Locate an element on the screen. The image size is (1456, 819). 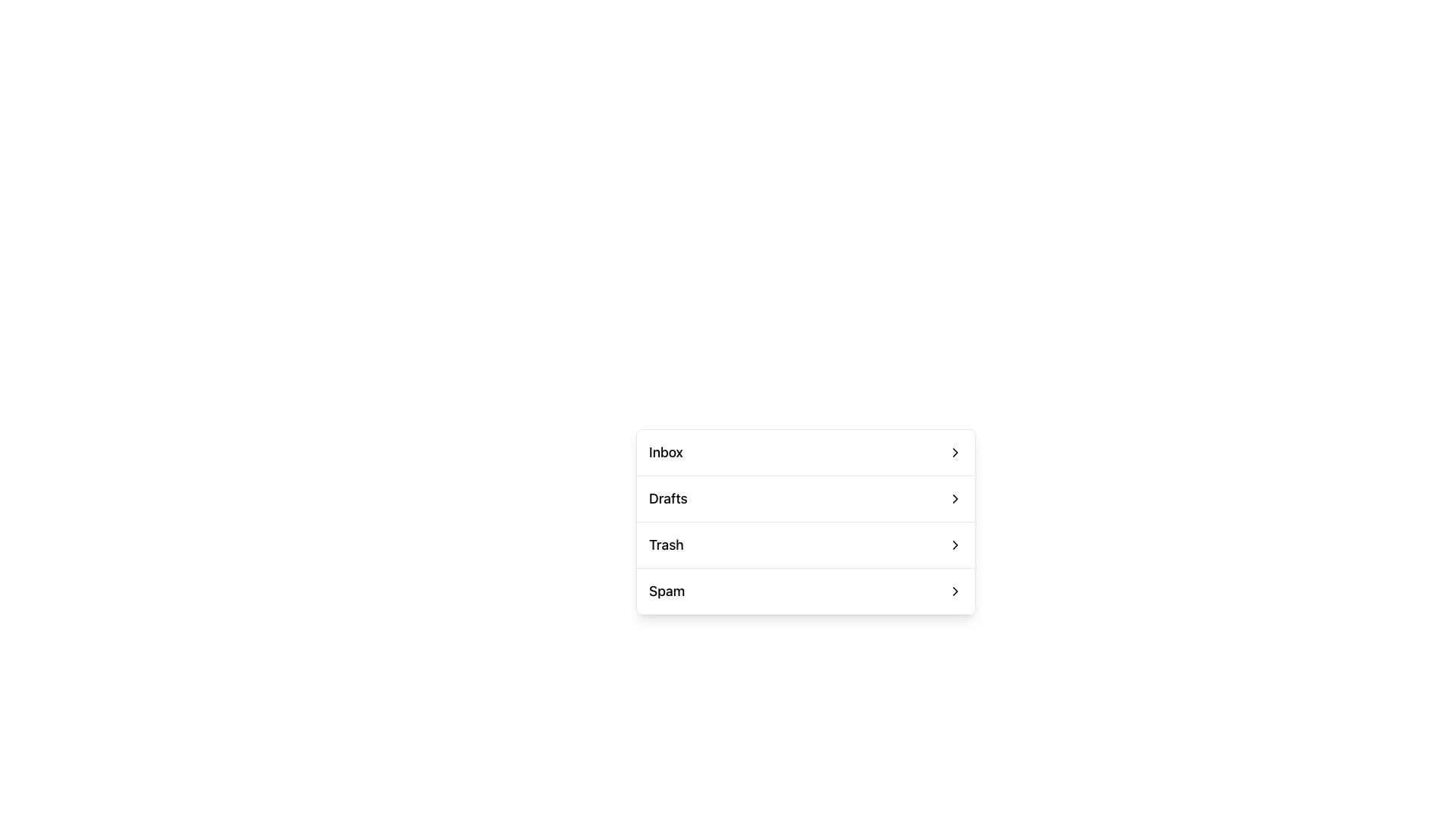
the 'Drafts' navigational list item is located at coordinates (805, 499).